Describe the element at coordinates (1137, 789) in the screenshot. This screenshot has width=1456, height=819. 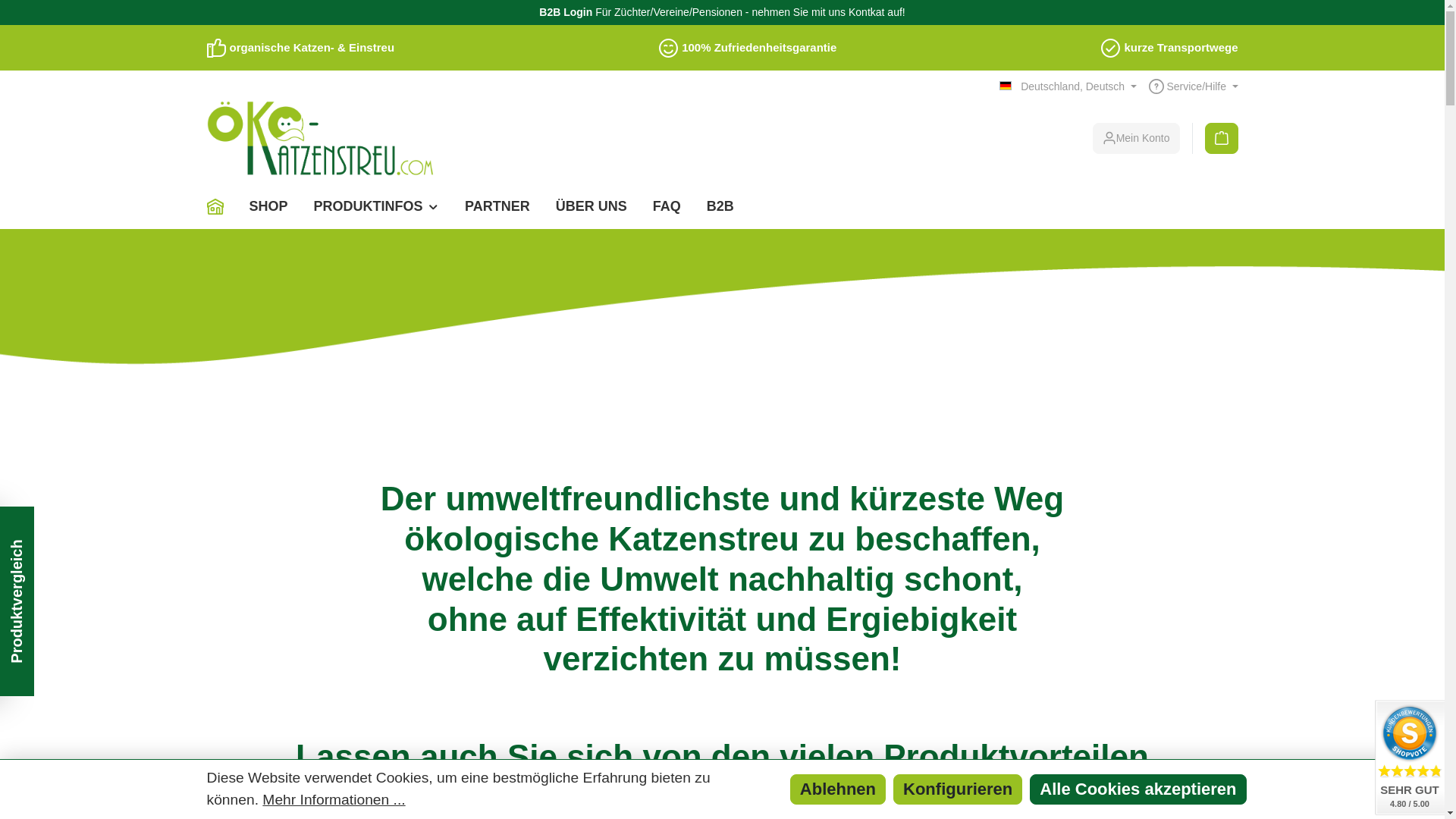
I see `'Alle Cookies akzeptieren'` at that location.